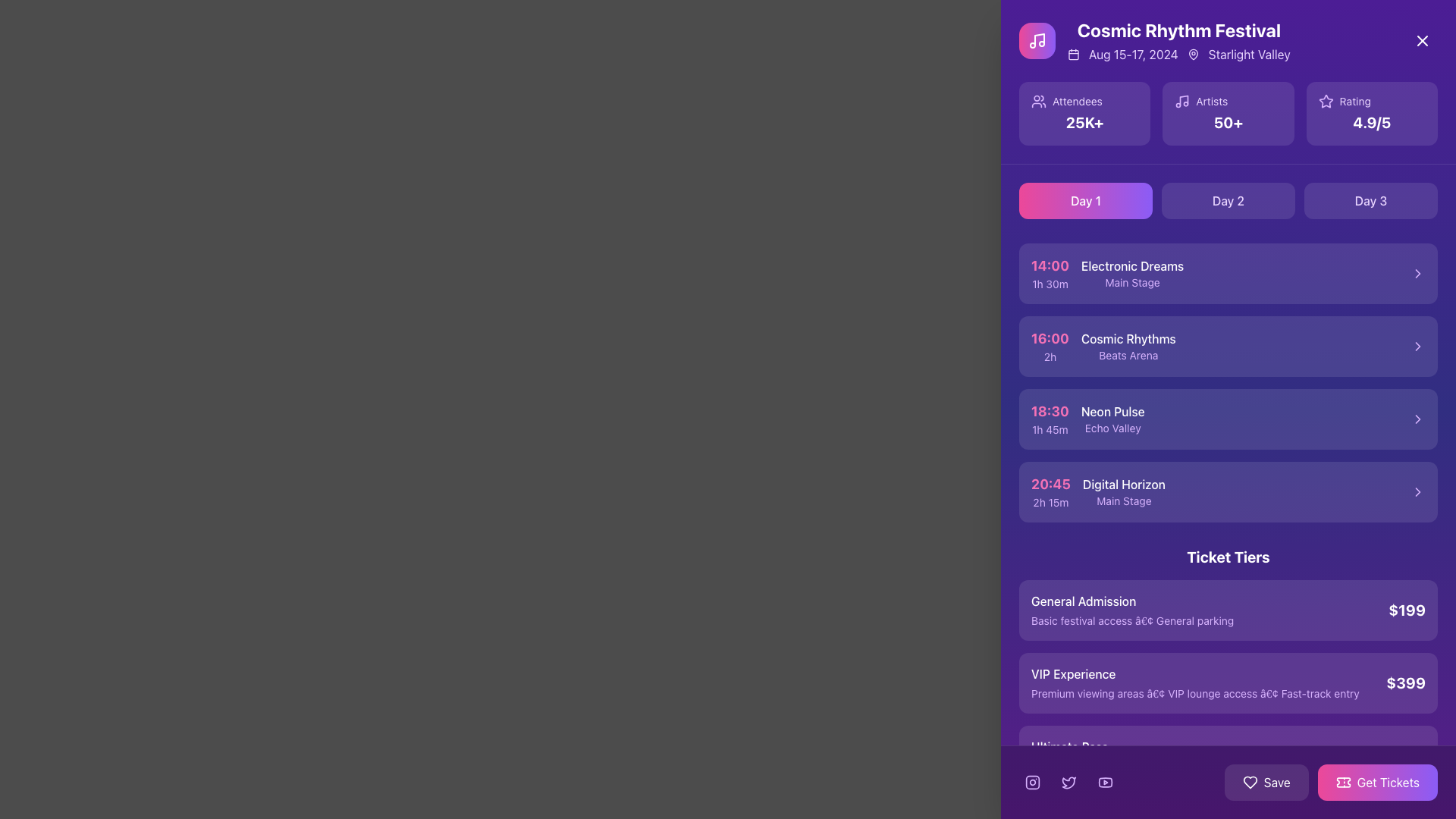  I want to click on the ticket icon located at the bottom-right corner of the 'Get Tickets' button, which visually enhances the button's purpose, so click(1343, 783).